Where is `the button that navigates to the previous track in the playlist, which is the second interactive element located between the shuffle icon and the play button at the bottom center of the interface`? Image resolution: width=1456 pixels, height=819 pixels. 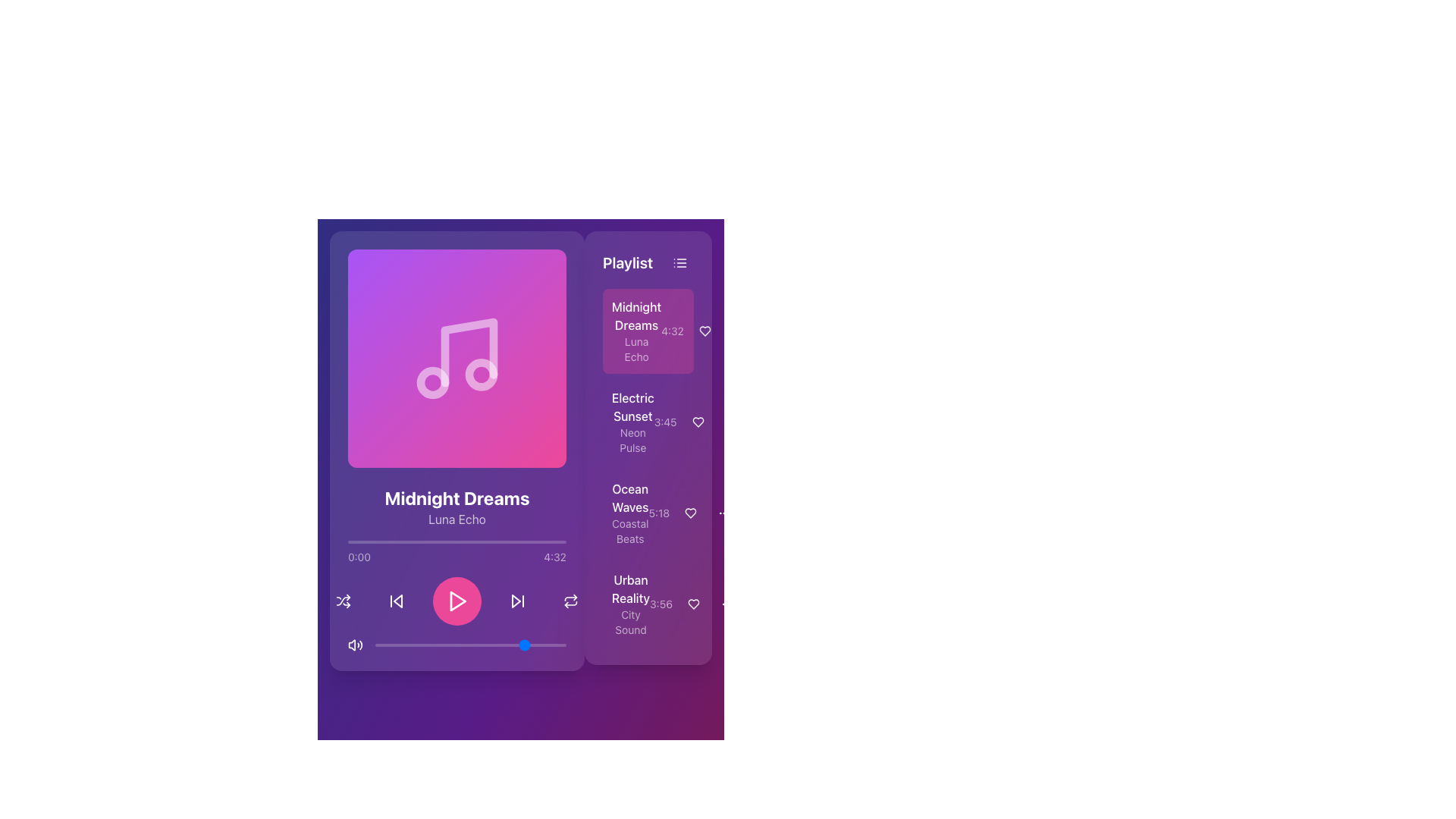
the button that navigates to the previous track in the playlist, which is the second interactive element located between the shuffle icon and the play button at the bottom center of the interface is located at coordinates (397, 601).